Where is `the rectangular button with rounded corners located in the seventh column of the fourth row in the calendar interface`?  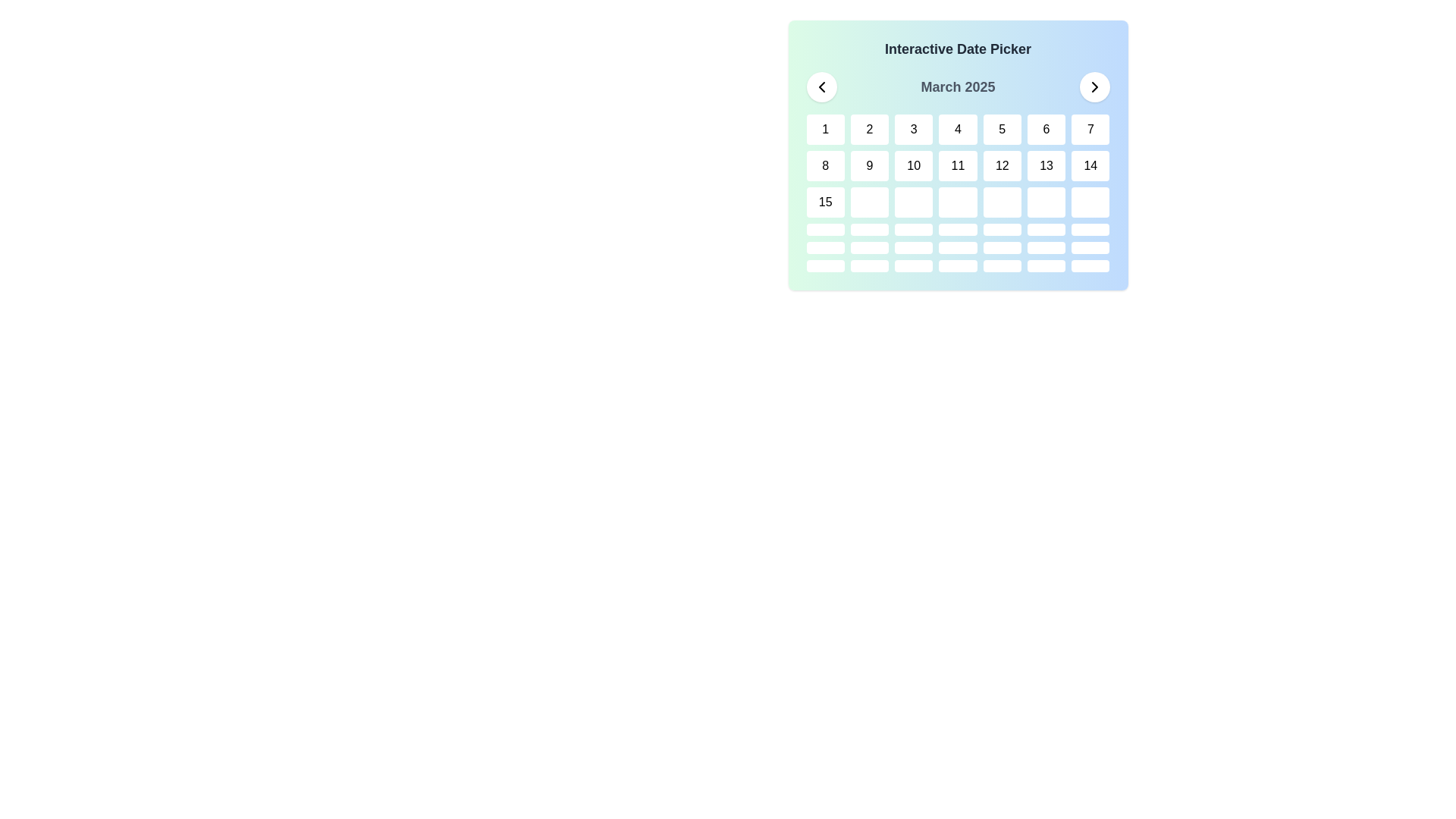 the rectangular button with rounded corners located in the seventh column of the fourth row in the calendar interface is located at coordinates (1090, 230).